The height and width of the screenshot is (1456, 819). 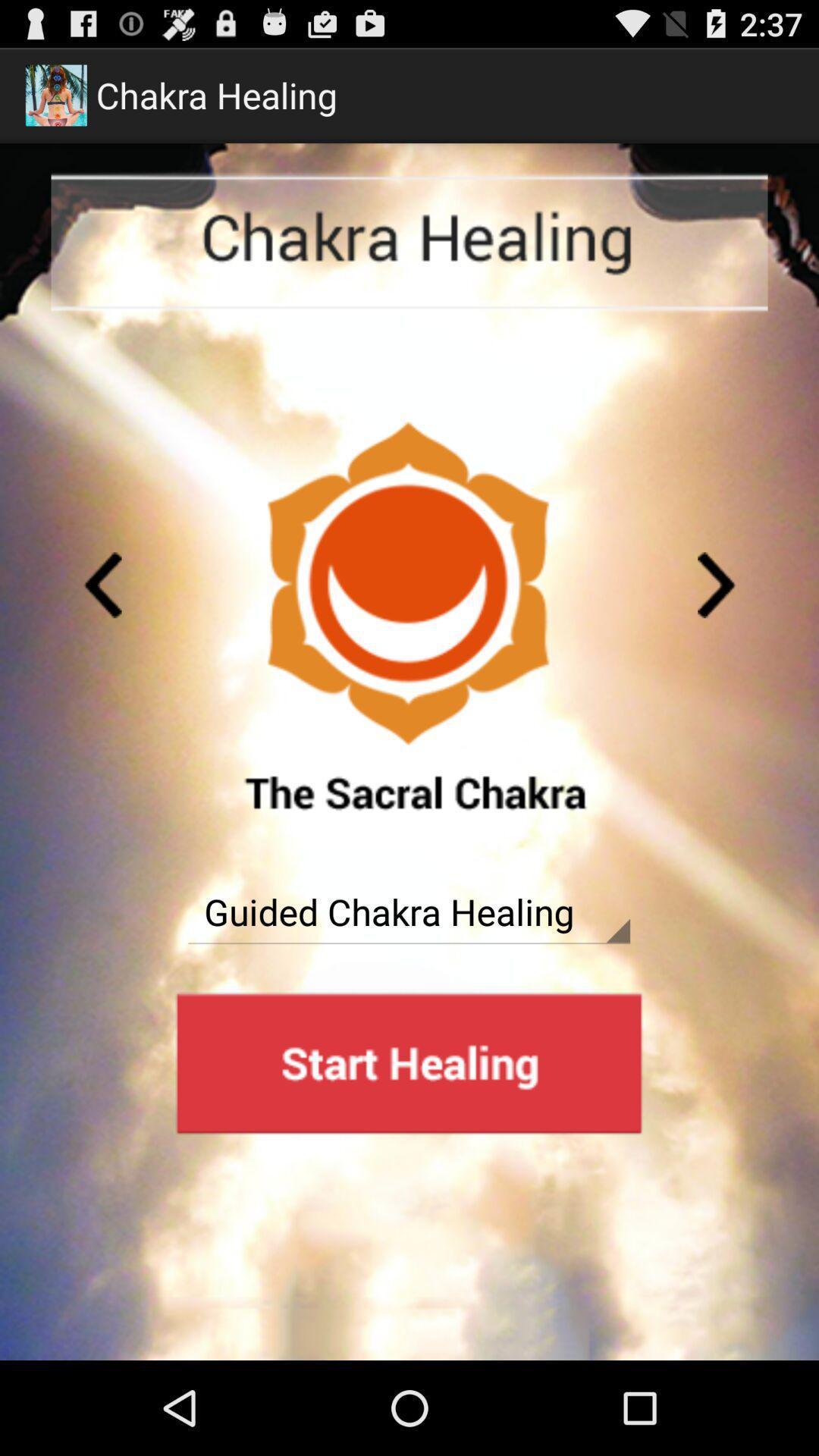 I want to click on previous page, so click(x=102, y=584).